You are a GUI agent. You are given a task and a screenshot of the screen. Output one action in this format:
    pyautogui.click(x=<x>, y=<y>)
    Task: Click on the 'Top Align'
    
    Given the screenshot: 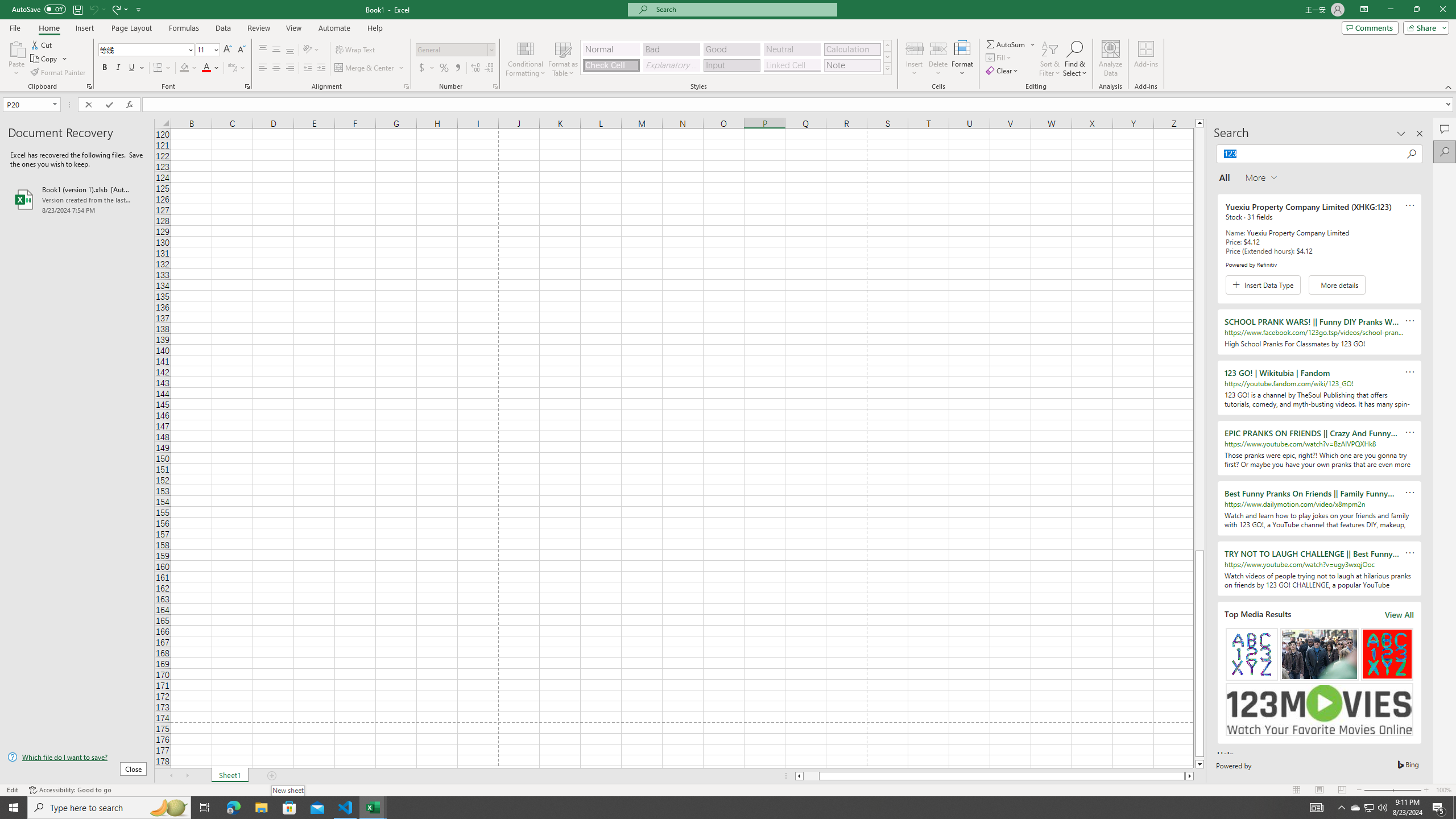 What is the action you would take?
    pyautogui.click(x=262, y=49)
    